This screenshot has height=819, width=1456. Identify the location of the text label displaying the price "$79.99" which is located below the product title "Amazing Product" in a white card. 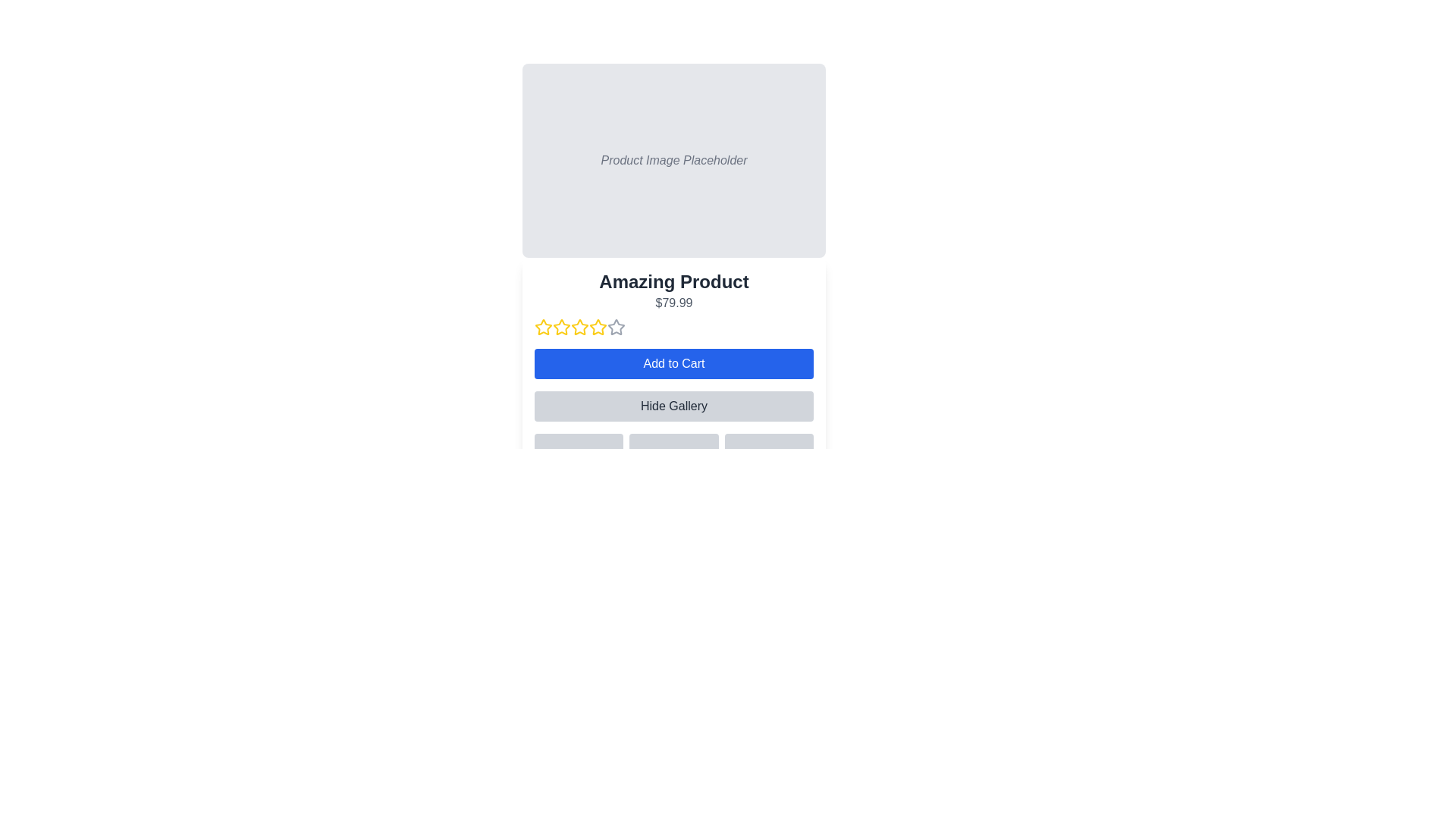
(673, 303).